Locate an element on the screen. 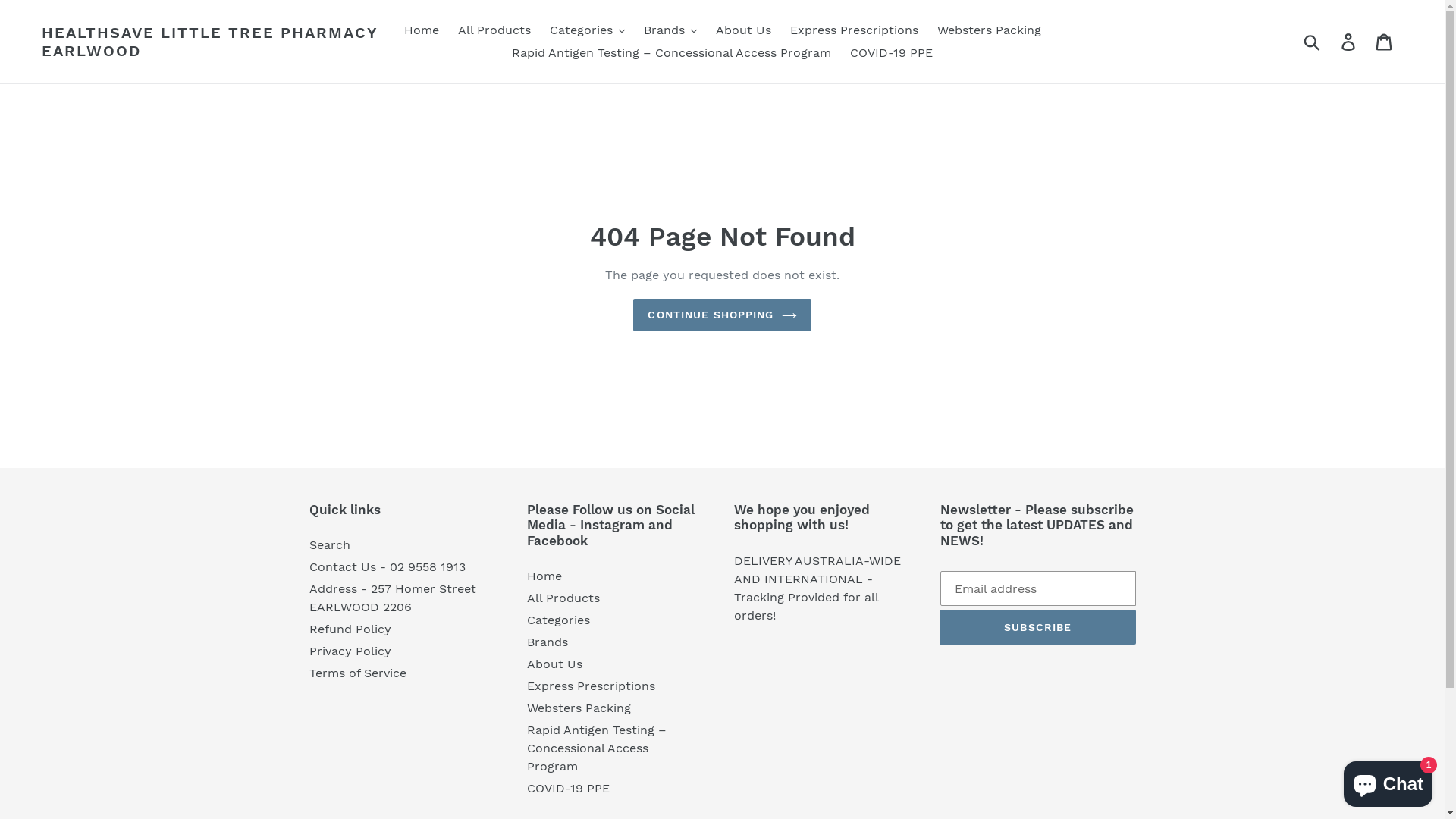  'Address - 257 Homer Street EARLWOOD 2206' is located at coordinates (393, 597).